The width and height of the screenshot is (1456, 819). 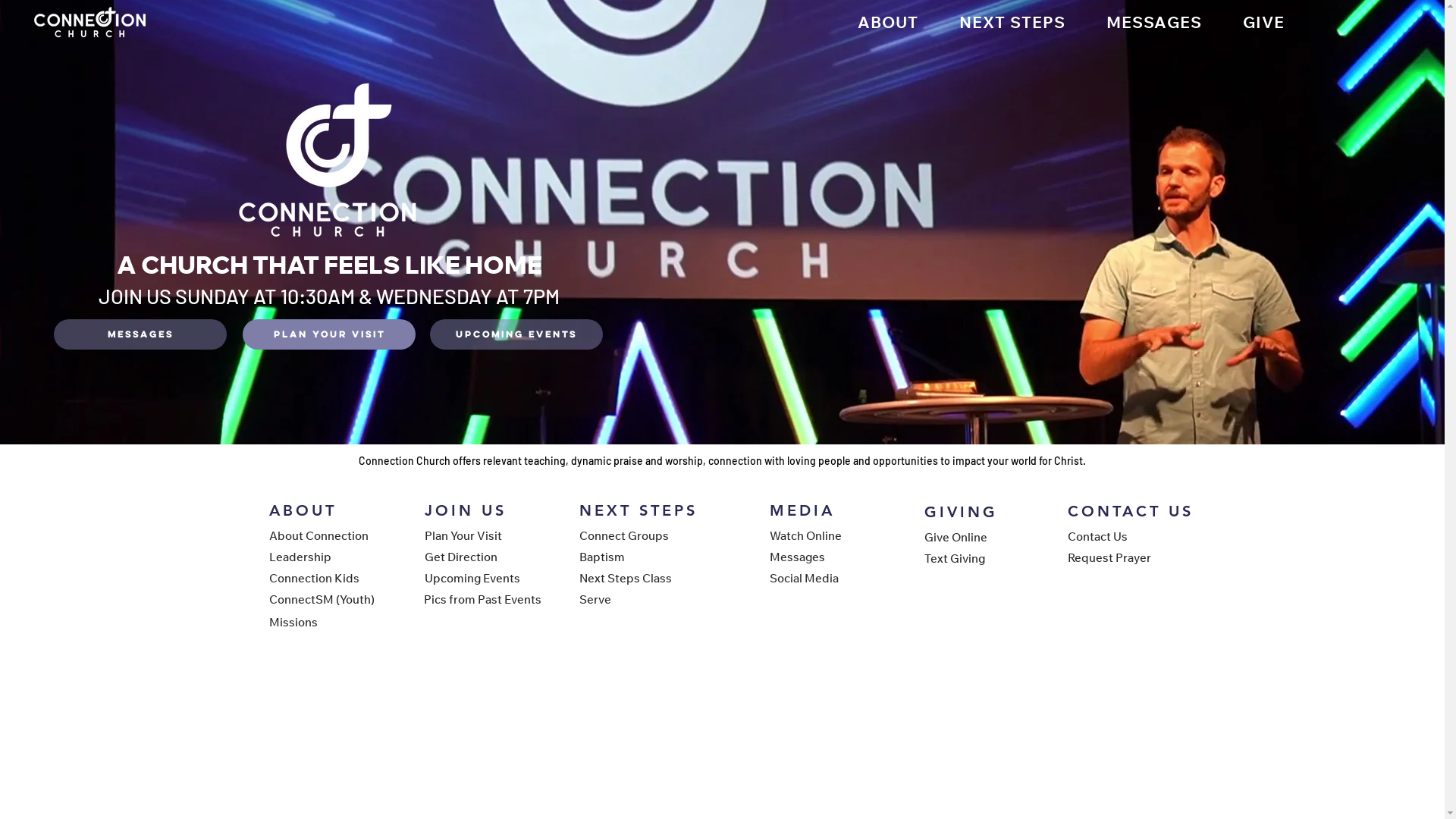 What do you see at coordinates (477, 556) in the screenshot?
I see `'Get Direction'` at bounding box center [477, 556].